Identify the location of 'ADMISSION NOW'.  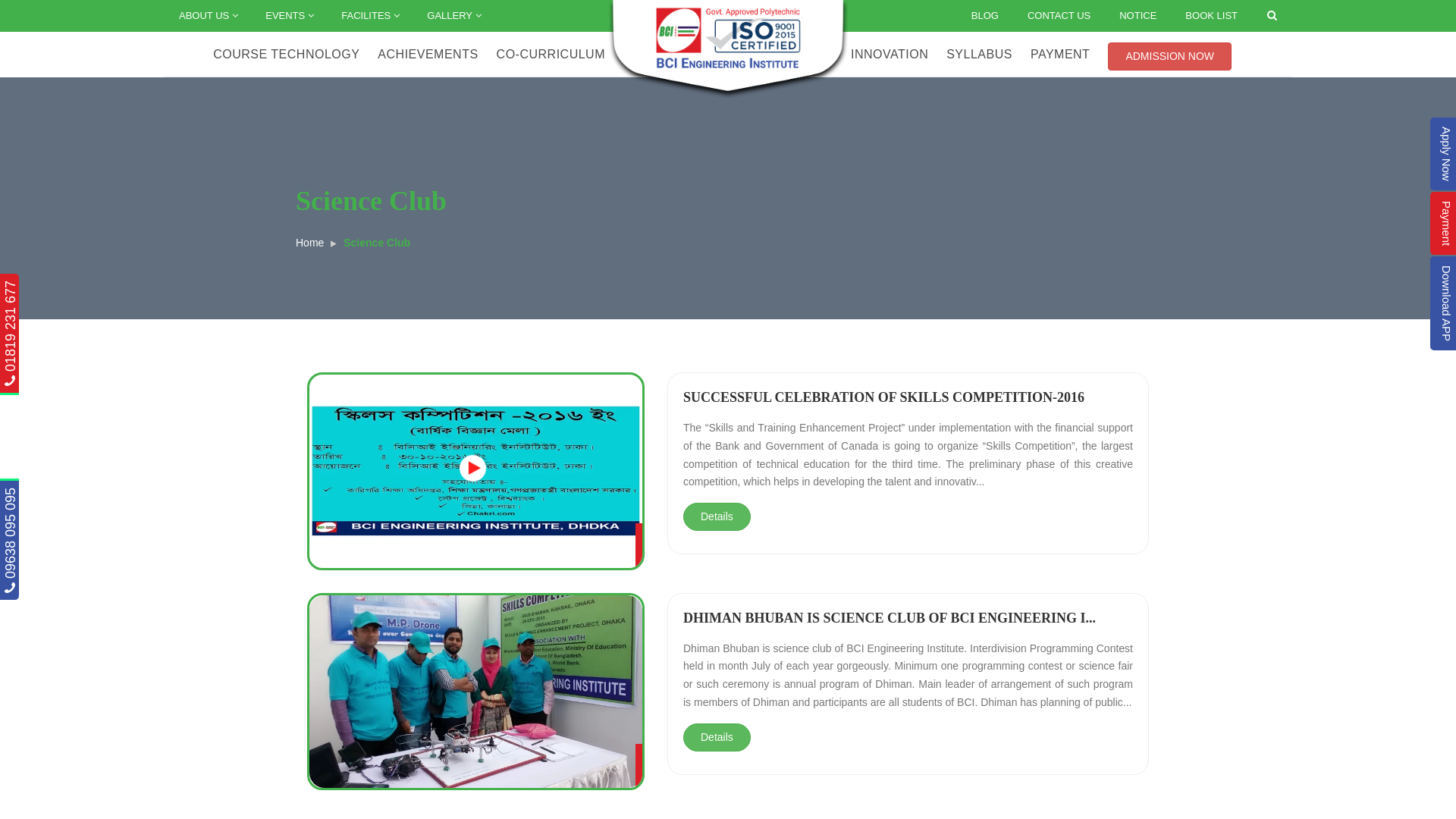
(1169, 55).